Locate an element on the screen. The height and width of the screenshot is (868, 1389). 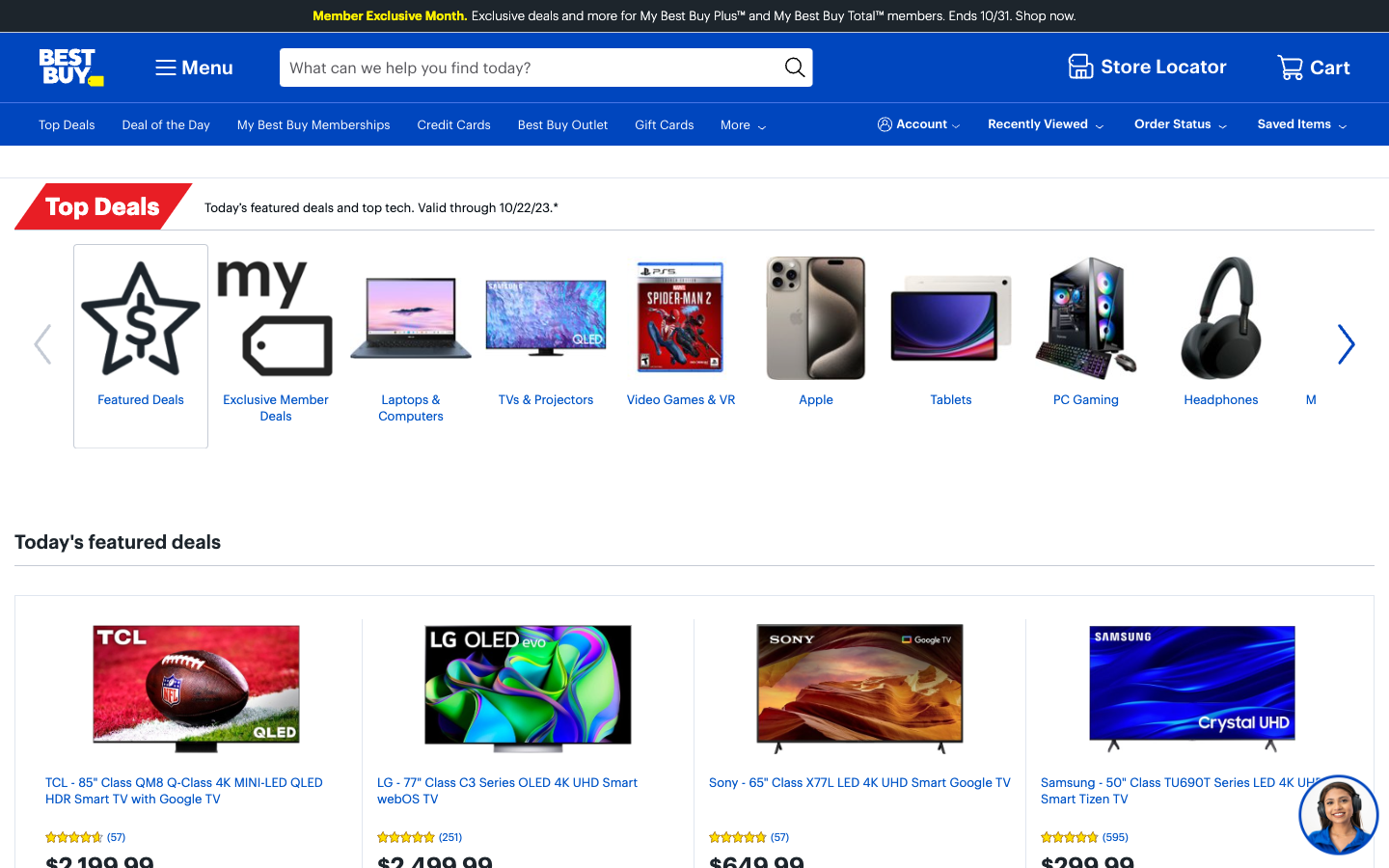
the ratings of Samsung Crystal UHD TV is located at coordinates (1190, 836).